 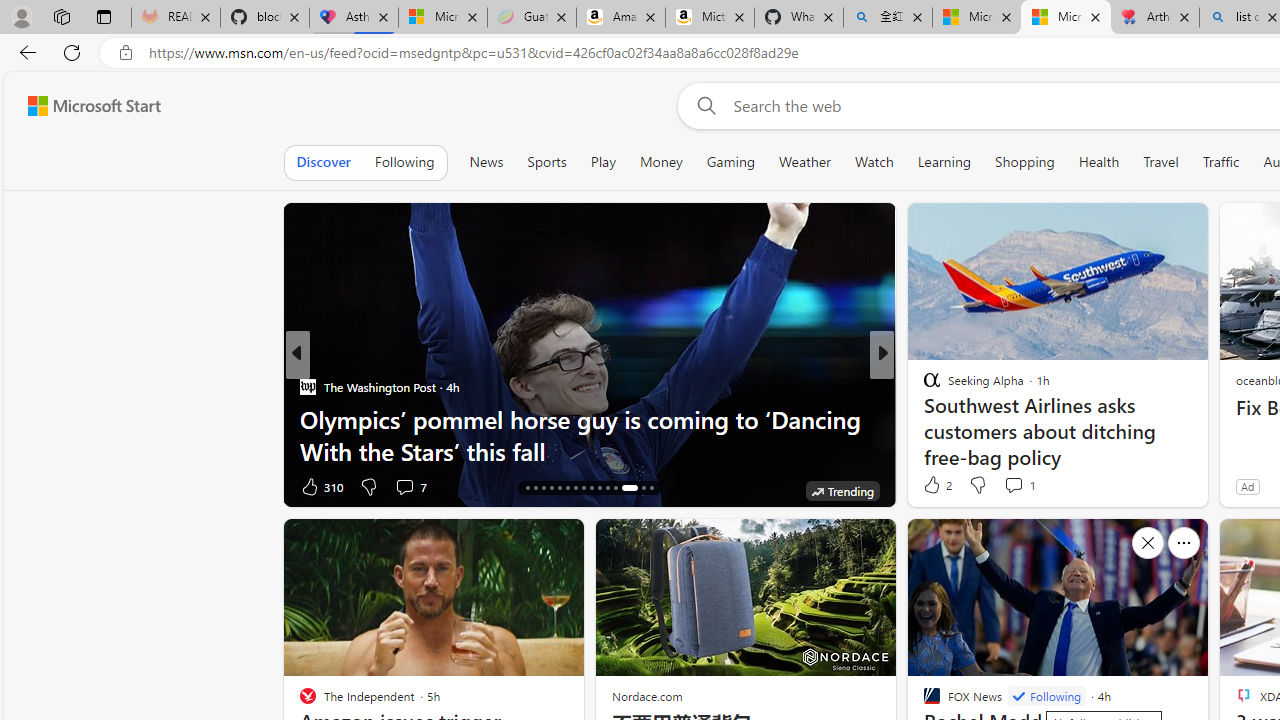 I want to click on 'Sports', so click(x=547, y=161).